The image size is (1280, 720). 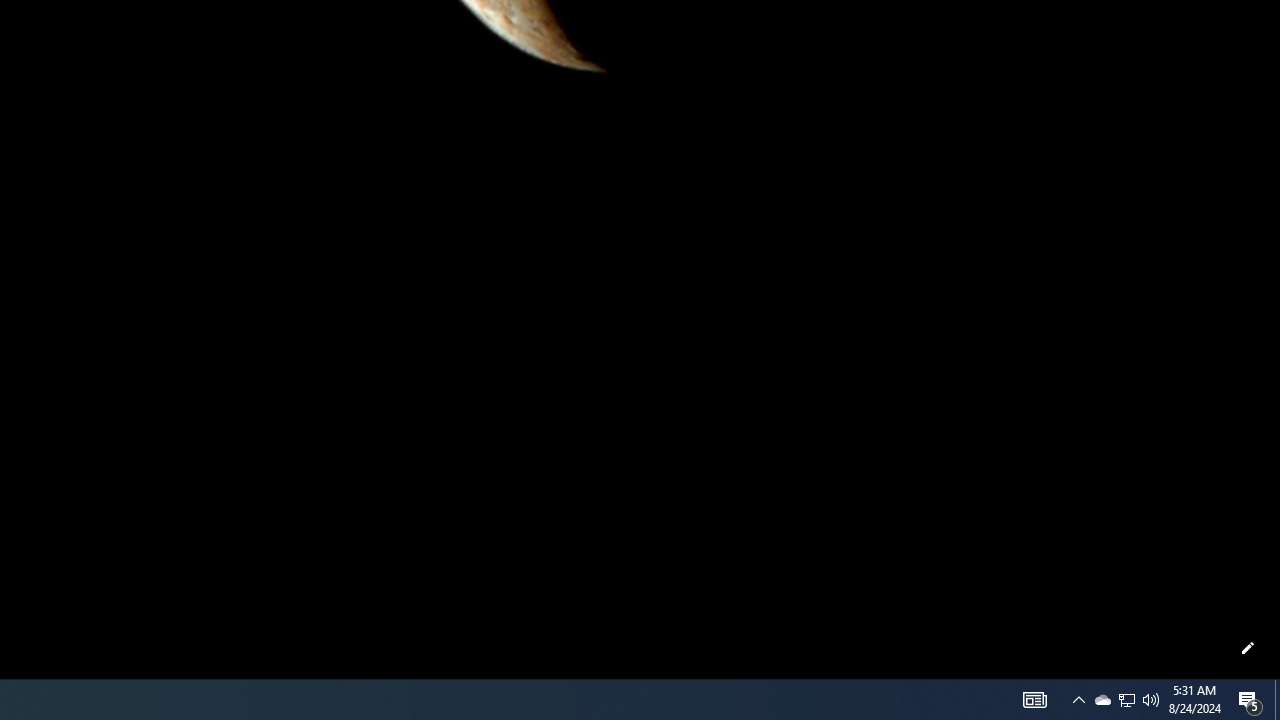 What do you see at coordinates (1034, 698) in the screenshot?
I see `'AutomationID: 4105'` at bounding box center [1034, 698].